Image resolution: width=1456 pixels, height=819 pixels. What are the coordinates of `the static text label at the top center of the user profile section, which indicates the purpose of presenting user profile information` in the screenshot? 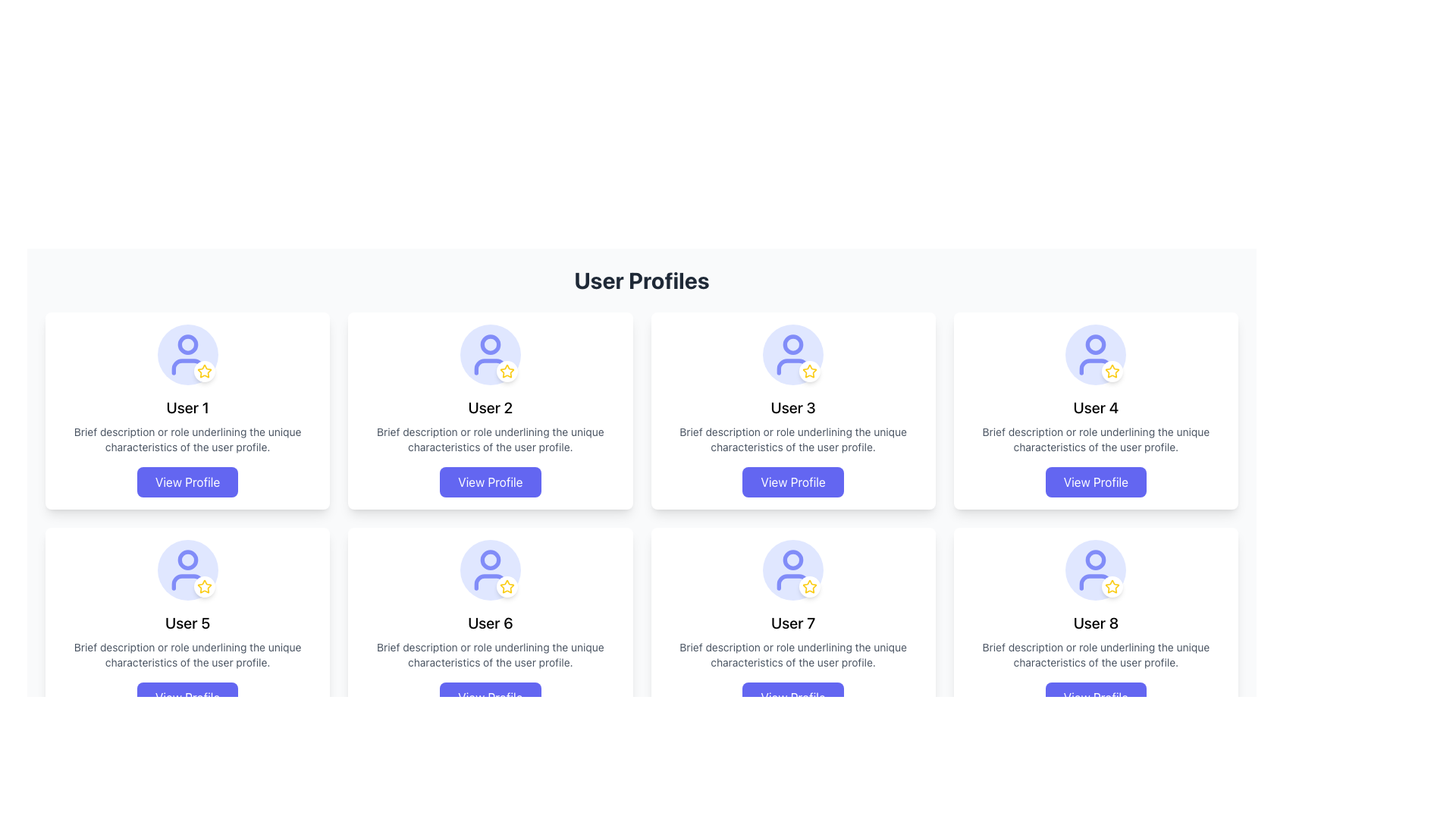 It's located at (642, 281).